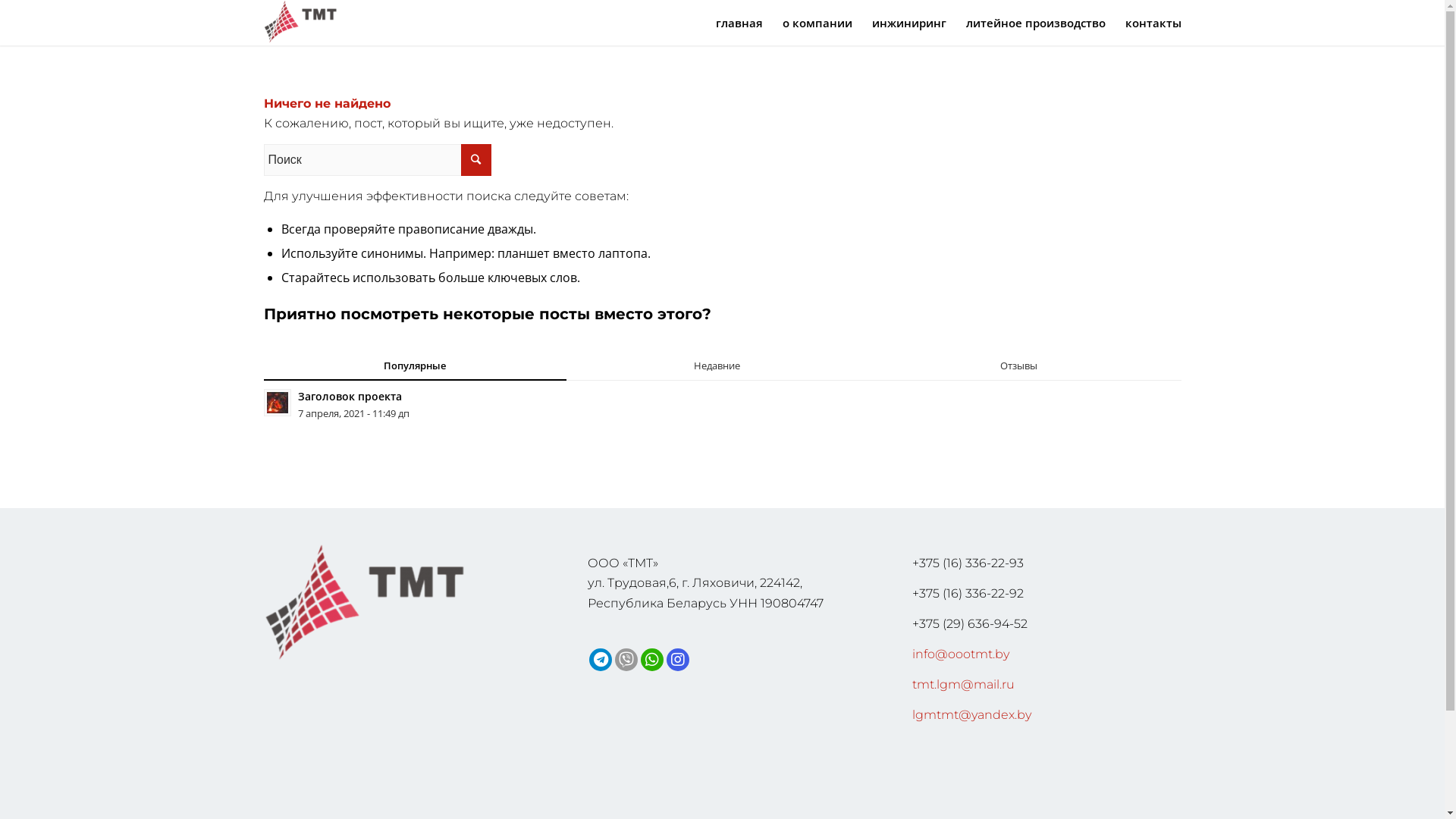  I want to click on 'whatsapp', so click(651, 659).